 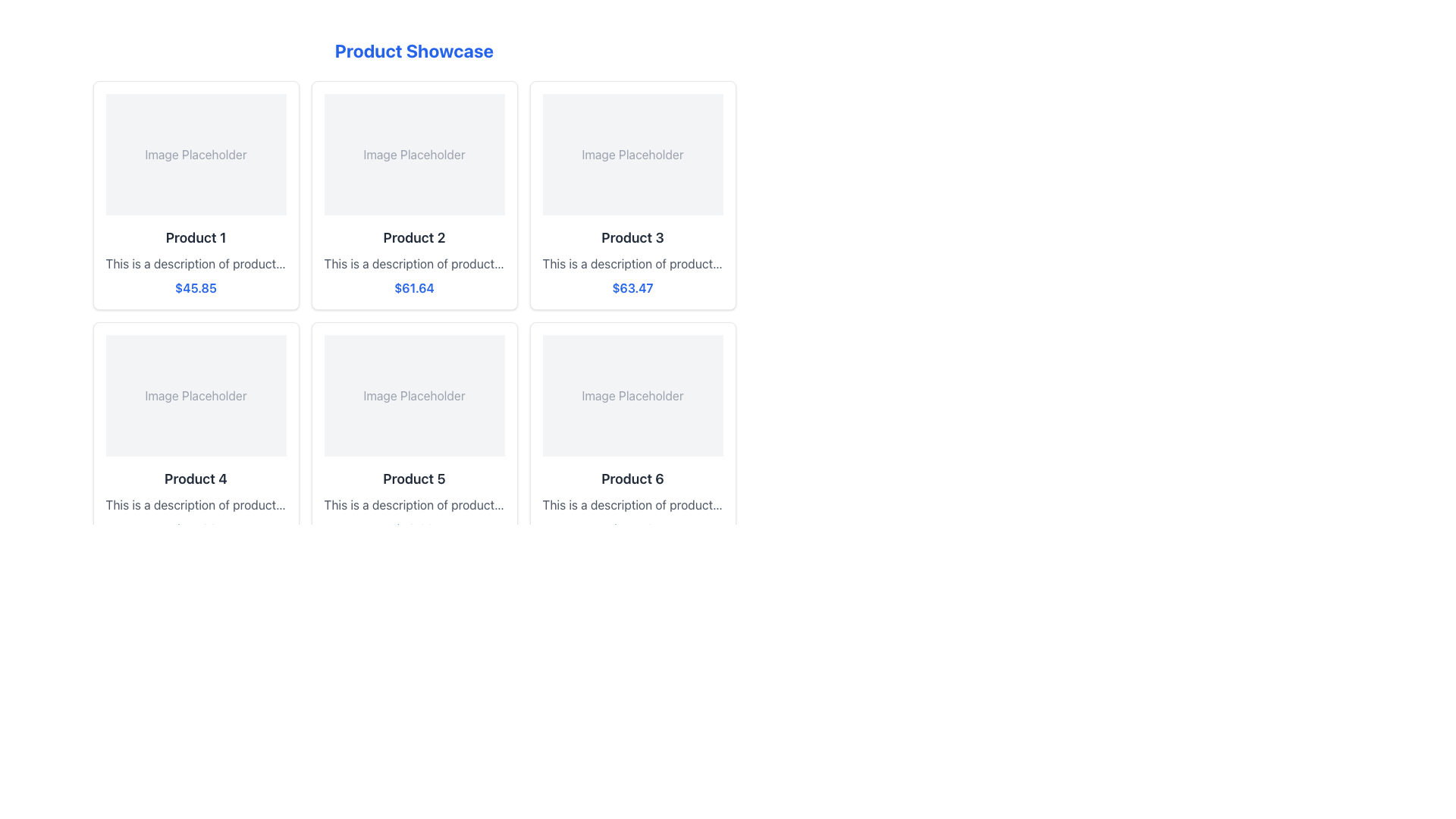 I want to click on the static text displaying the value '$45.85' in blue, which is part of the product card for 'Product 1' and is located below the product description, so click(x=195, y=288).